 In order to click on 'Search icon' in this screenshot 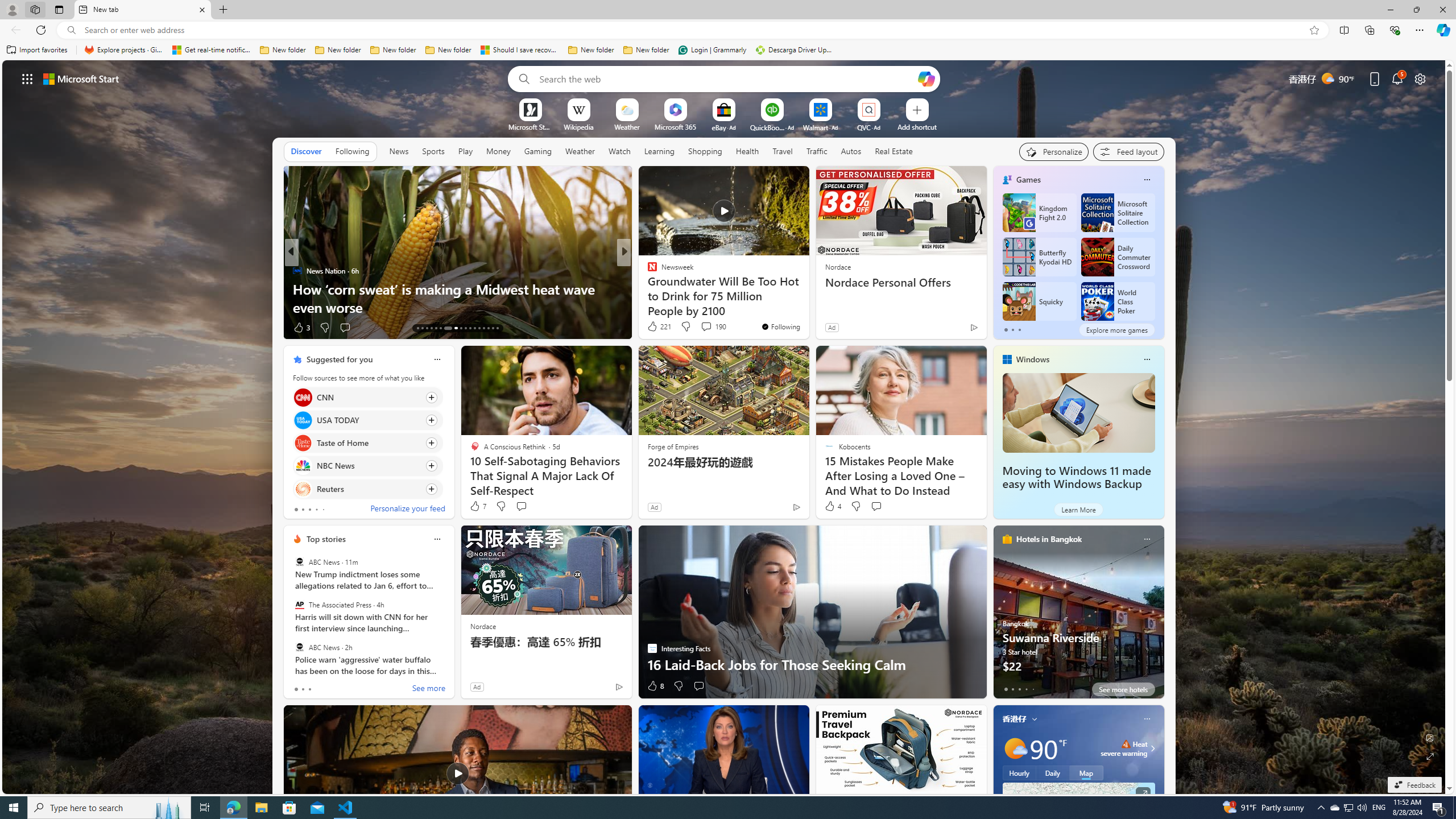, I will do `click(71, 30)`.